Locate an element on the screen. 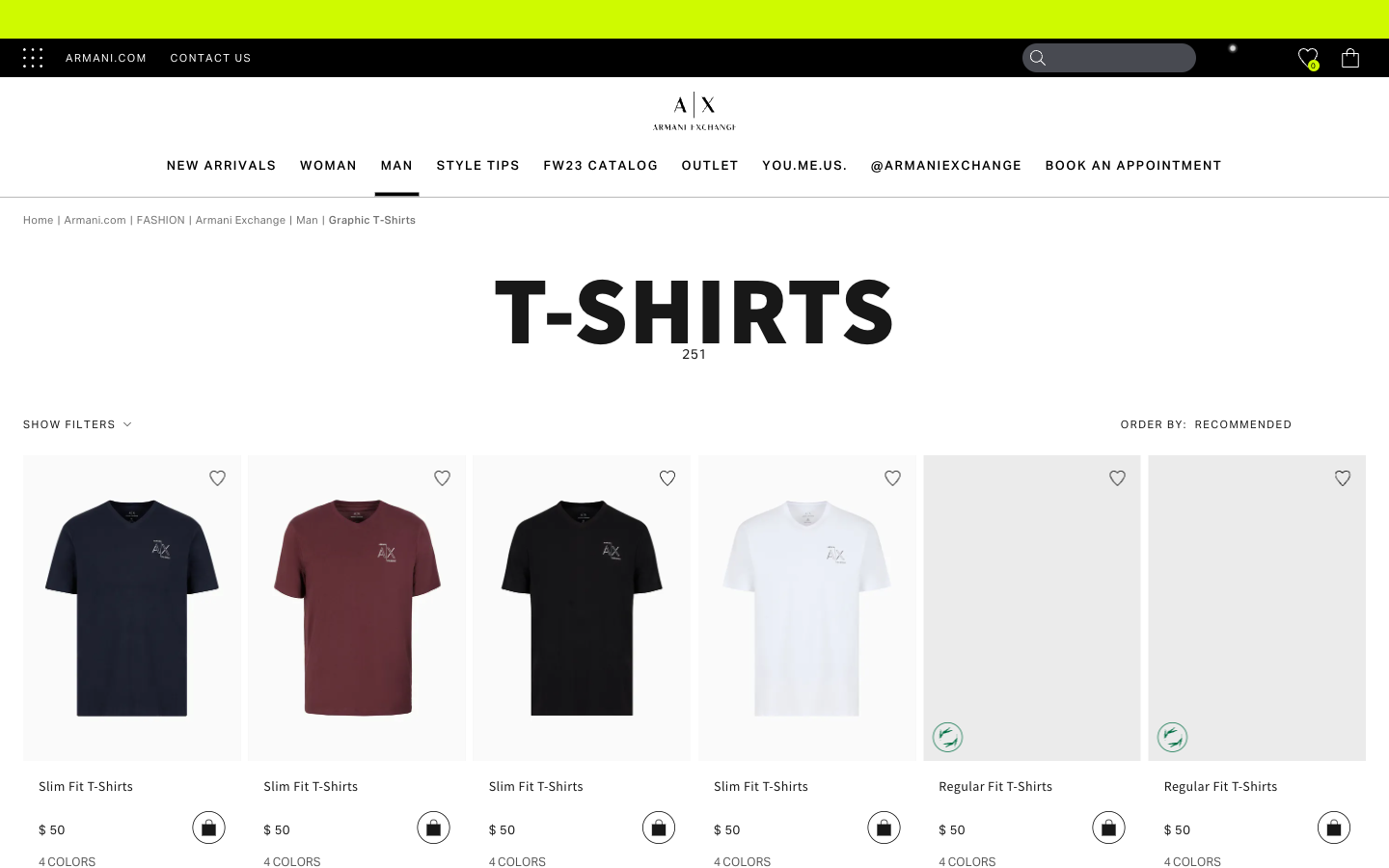 The height and width of the screenshot is (868, 1389). Go to the "outlet" tab by clicking on its menu item at the top is located at coordinates (709, 165).